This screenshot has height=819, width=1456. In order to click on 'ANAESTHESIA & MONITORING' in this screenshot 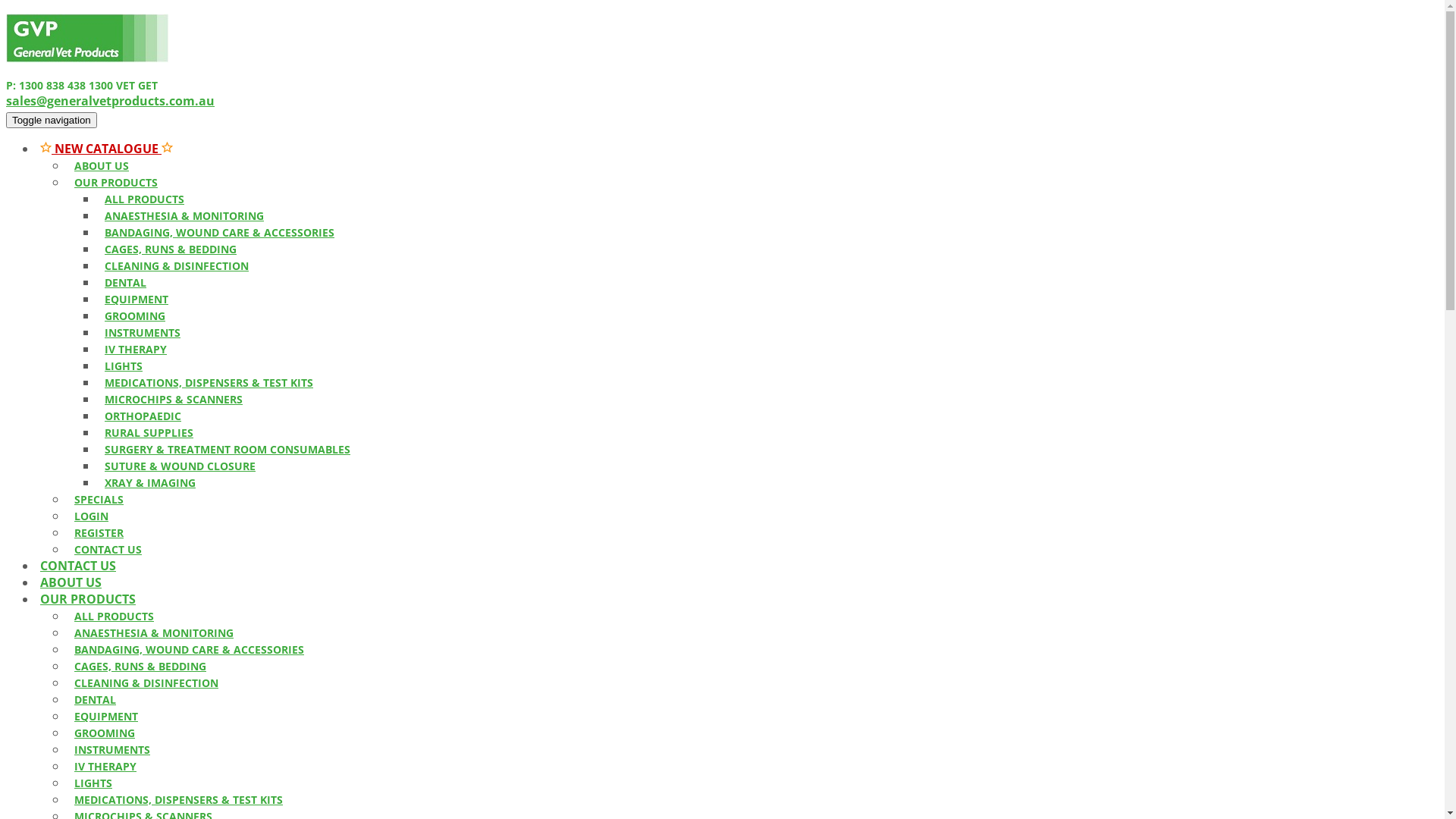, I will do `click(153, 632)`.